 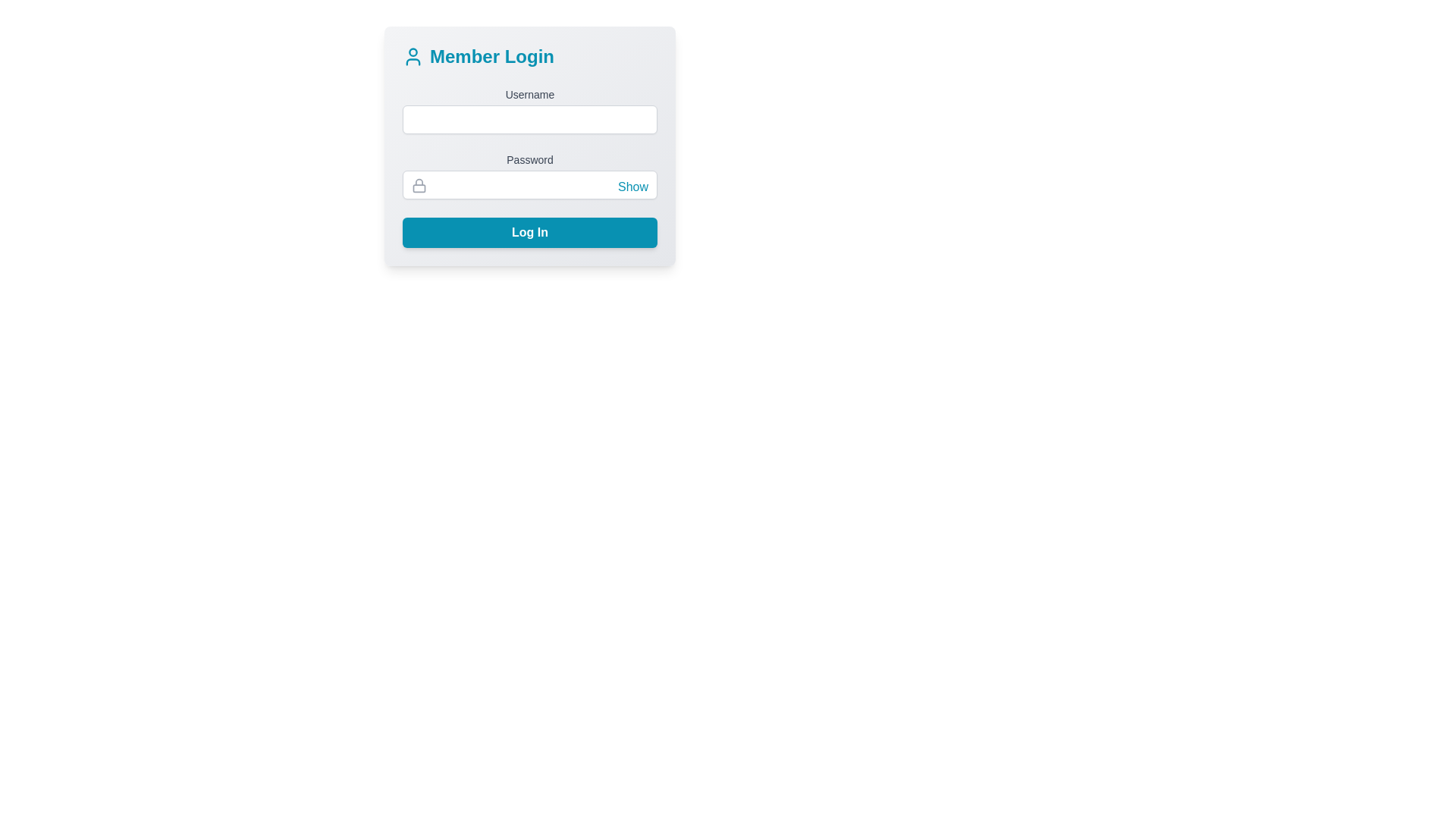 What do you see at coordinates (530, 233) in the screenshot?
I see `the submit button located at the bottom of the form layout` at bounding box center [530, 233].